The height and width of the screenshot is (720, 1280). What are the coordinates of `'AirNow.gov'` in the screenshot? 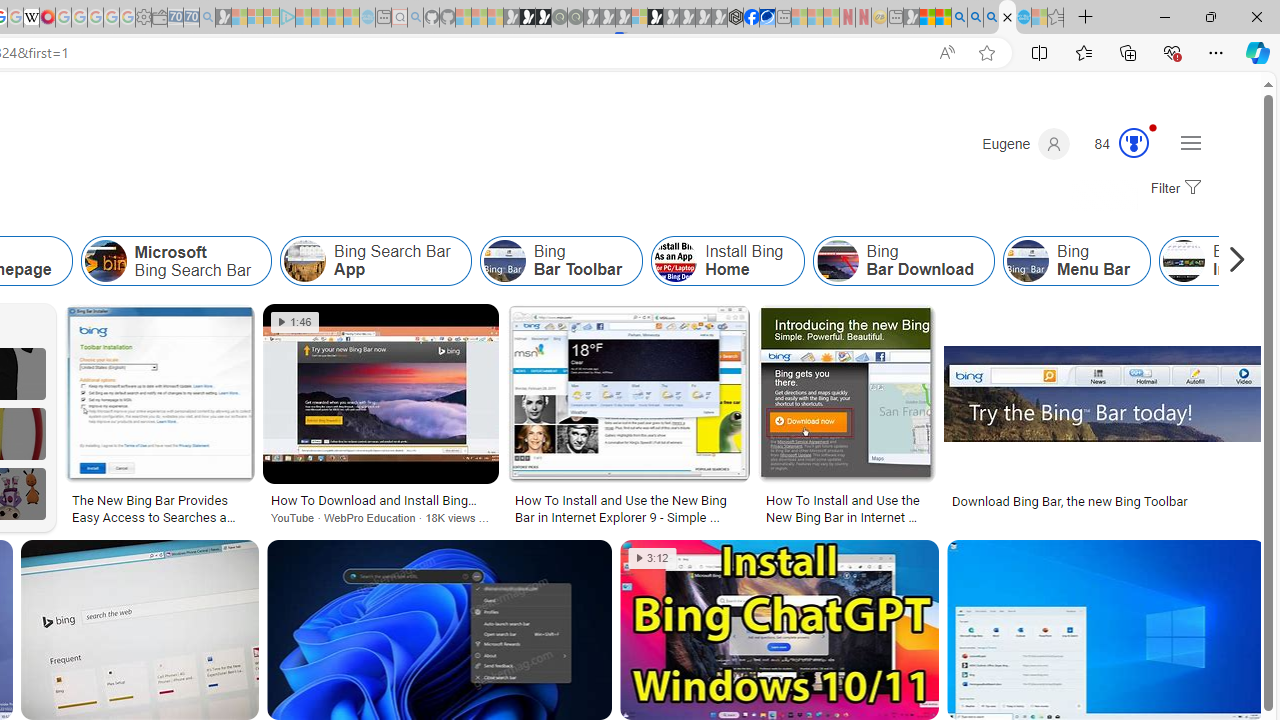 It's located at (766, 17).